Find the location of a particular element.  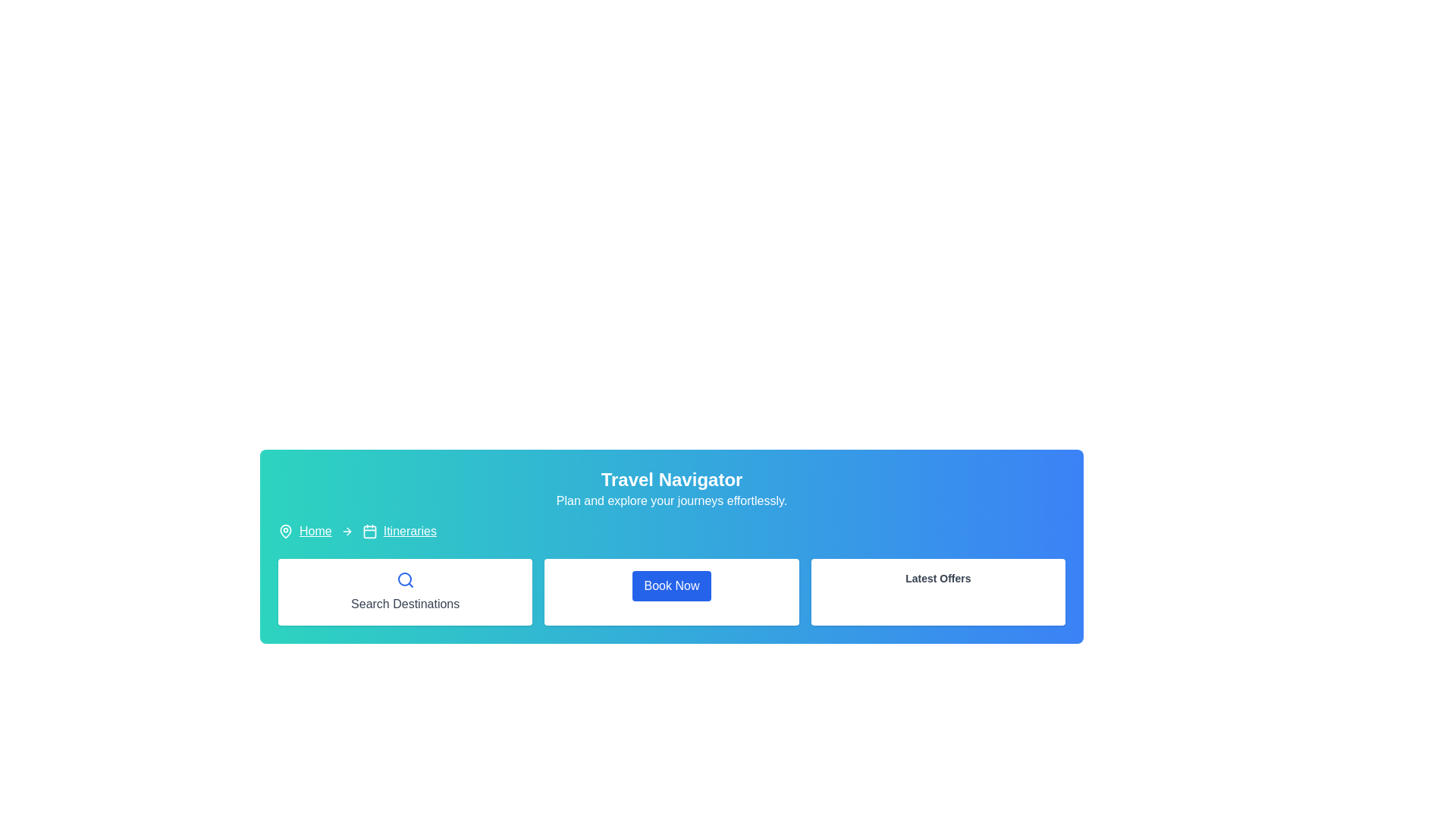

the 'Home' icon in the breadcrumb navigation bar, which is visually represented as an SVG marker design located in the upper left corner next to the 'Home' label is located at coordinates (286, 529).